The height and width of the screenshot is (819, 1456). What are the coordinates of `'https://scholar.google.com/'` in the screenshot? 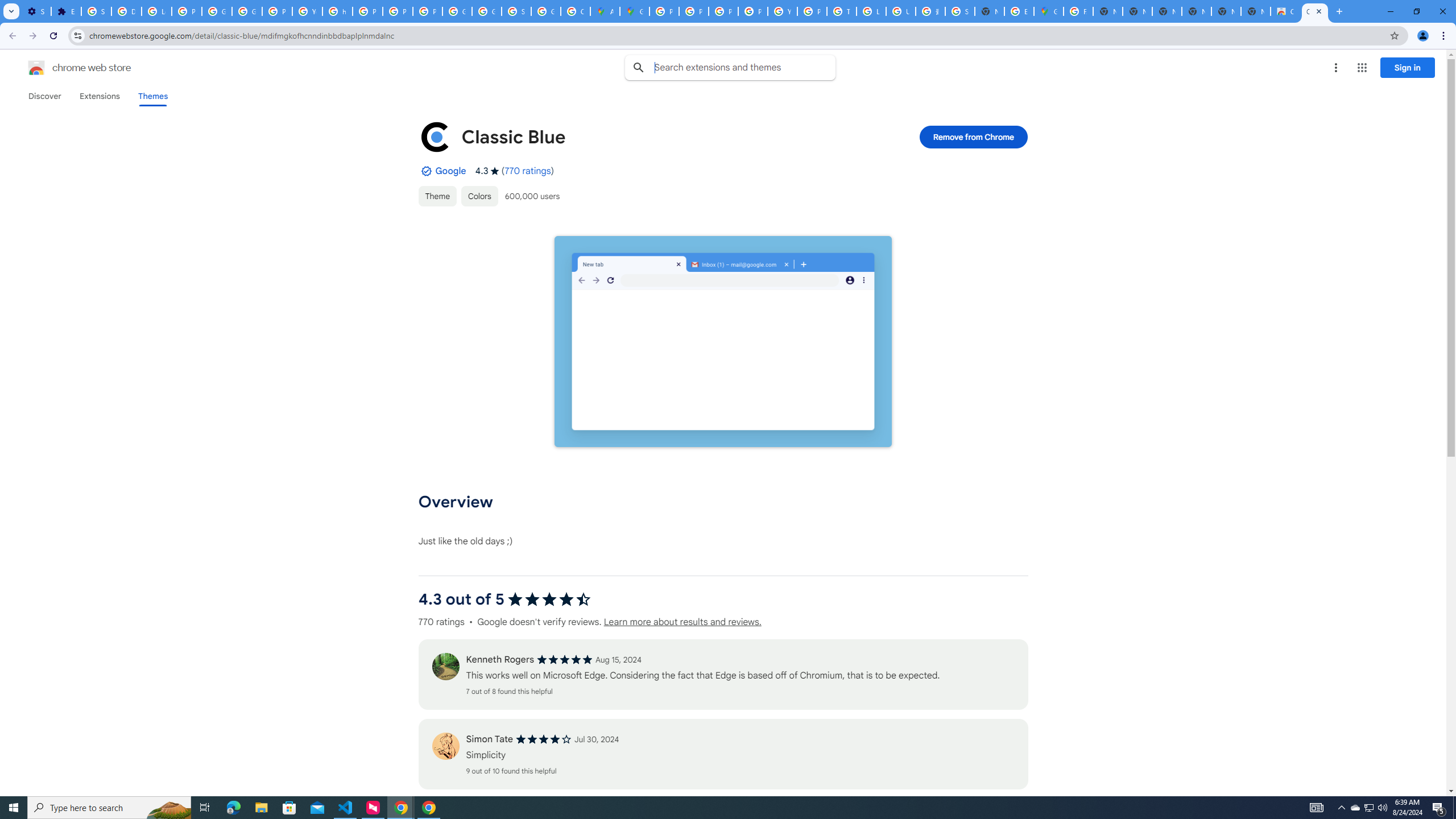 It's located at (337, 11).